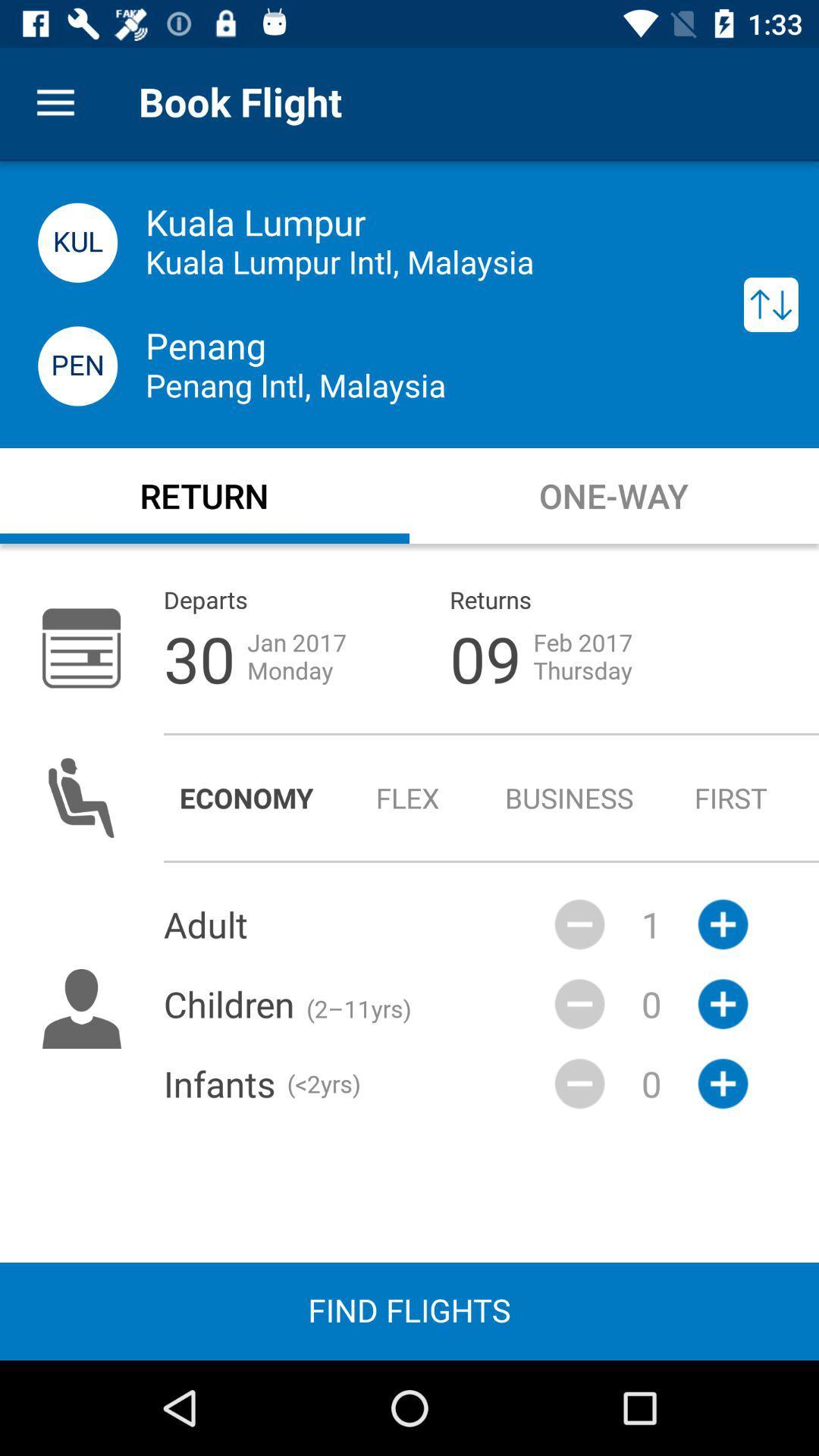 The height and width of the screenshot is (1456, 819). Describe the element at coordinates (579, 924) in the screenshot. I see `the minus icon` at that location.